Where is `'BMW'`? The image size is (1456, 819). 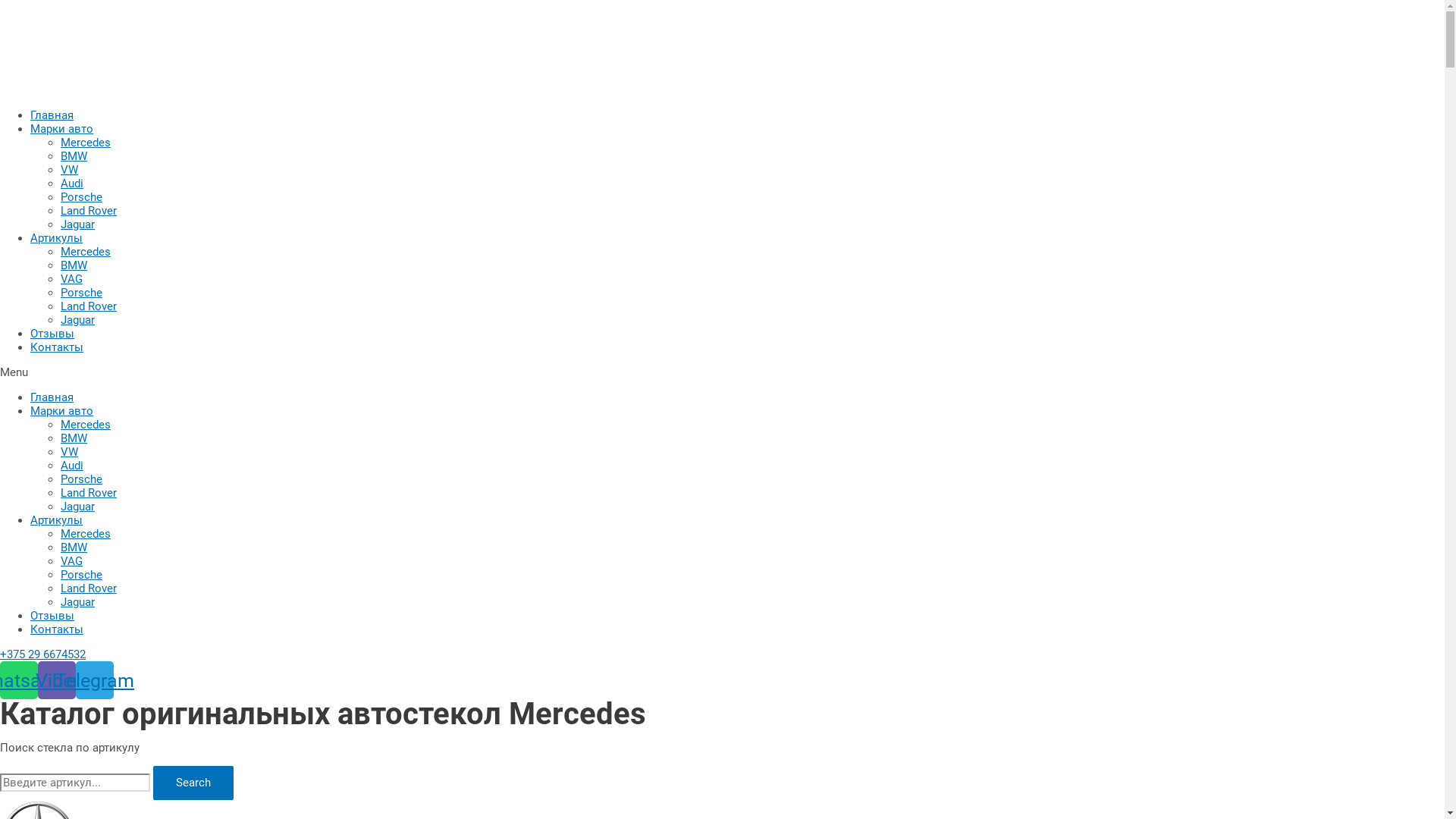
'BMW' is located at coordinates (73, 438).